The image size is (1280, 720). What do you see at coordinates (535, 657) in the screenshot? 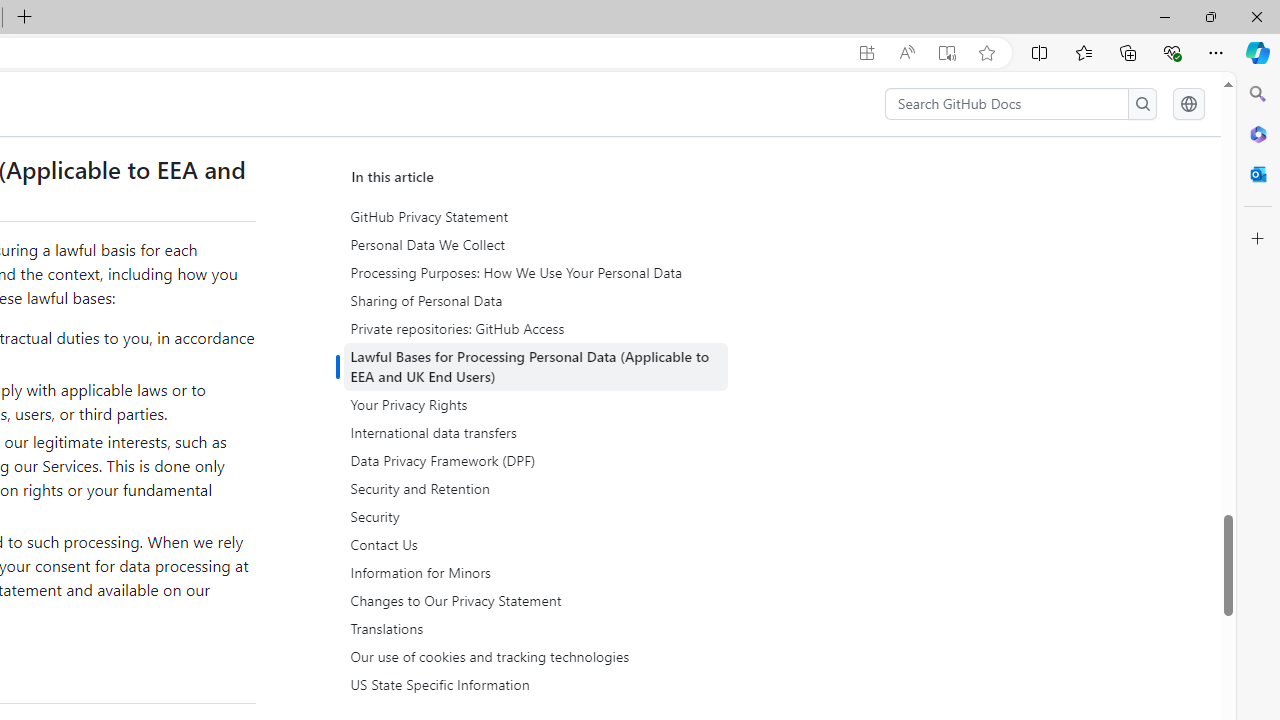
I see `'Our use of cookies and tracking technologies'` at bounding box center [535, 657].